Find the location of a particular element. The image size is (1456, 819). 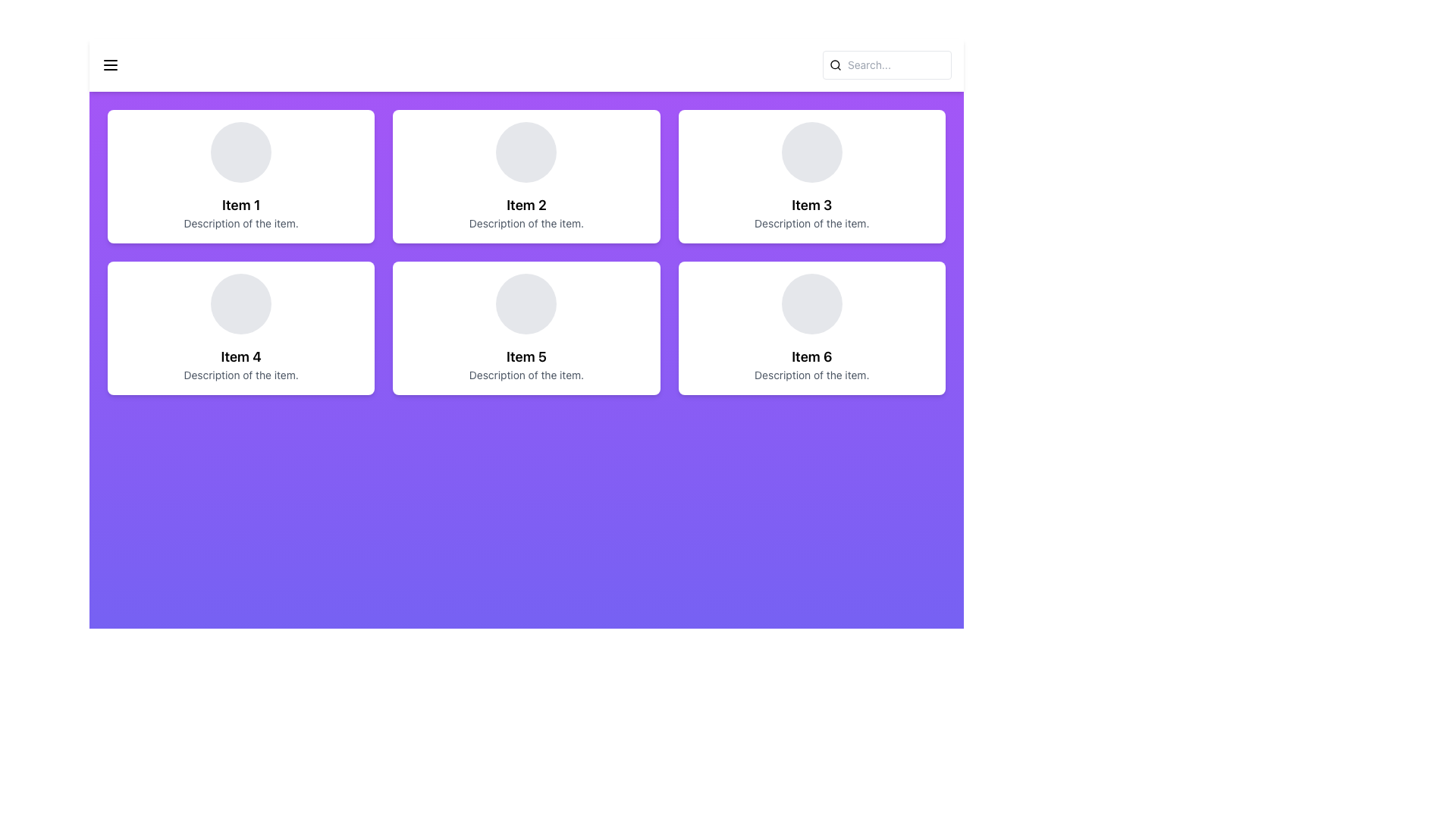

the Card element representing 'Item 3', located in the top row, third column of the grid layout is located at coordinates (811, 175).